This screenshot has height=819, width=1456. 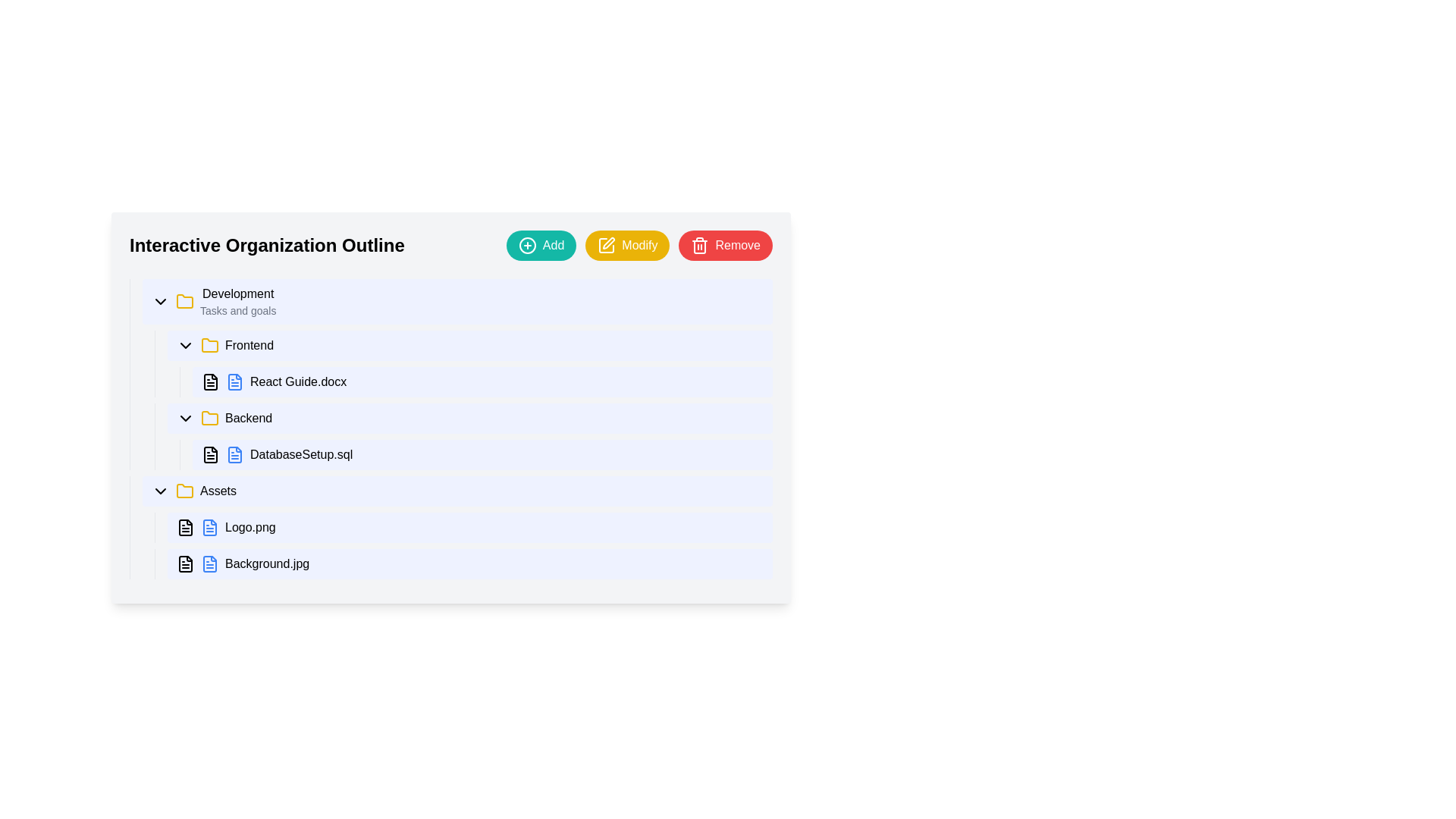 What do you see at coordinates (209, 564) in the screenshot?
I see `the rectangular blue icon representing the 'Background.jpg' file entry` at bounding box center [209, 564].